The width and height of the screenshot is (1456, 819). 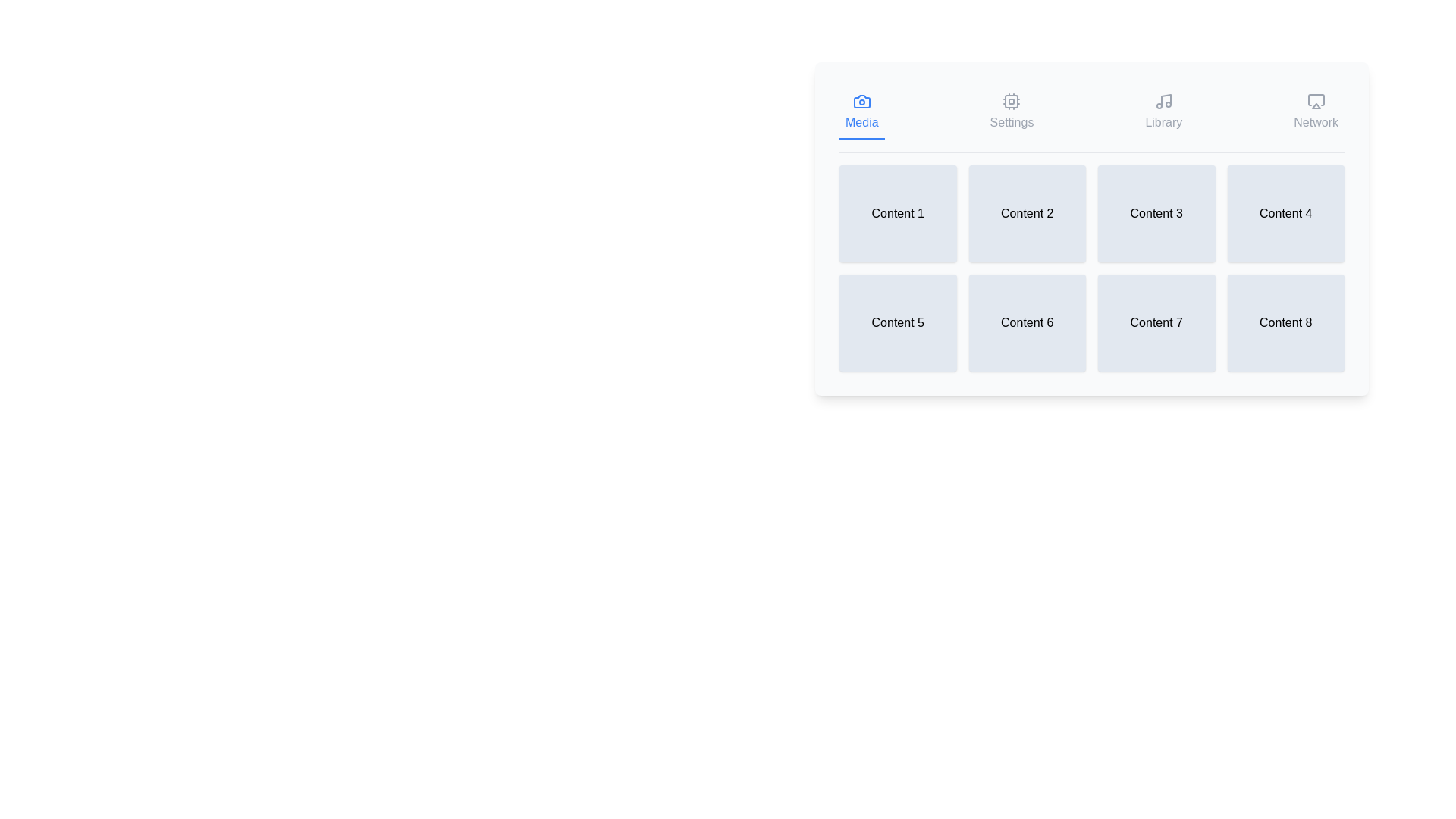 What do you see at coordinates (1163, 112) in the screenshot?
I see `the tab labeled Library` at bounding box center [1163, 112].